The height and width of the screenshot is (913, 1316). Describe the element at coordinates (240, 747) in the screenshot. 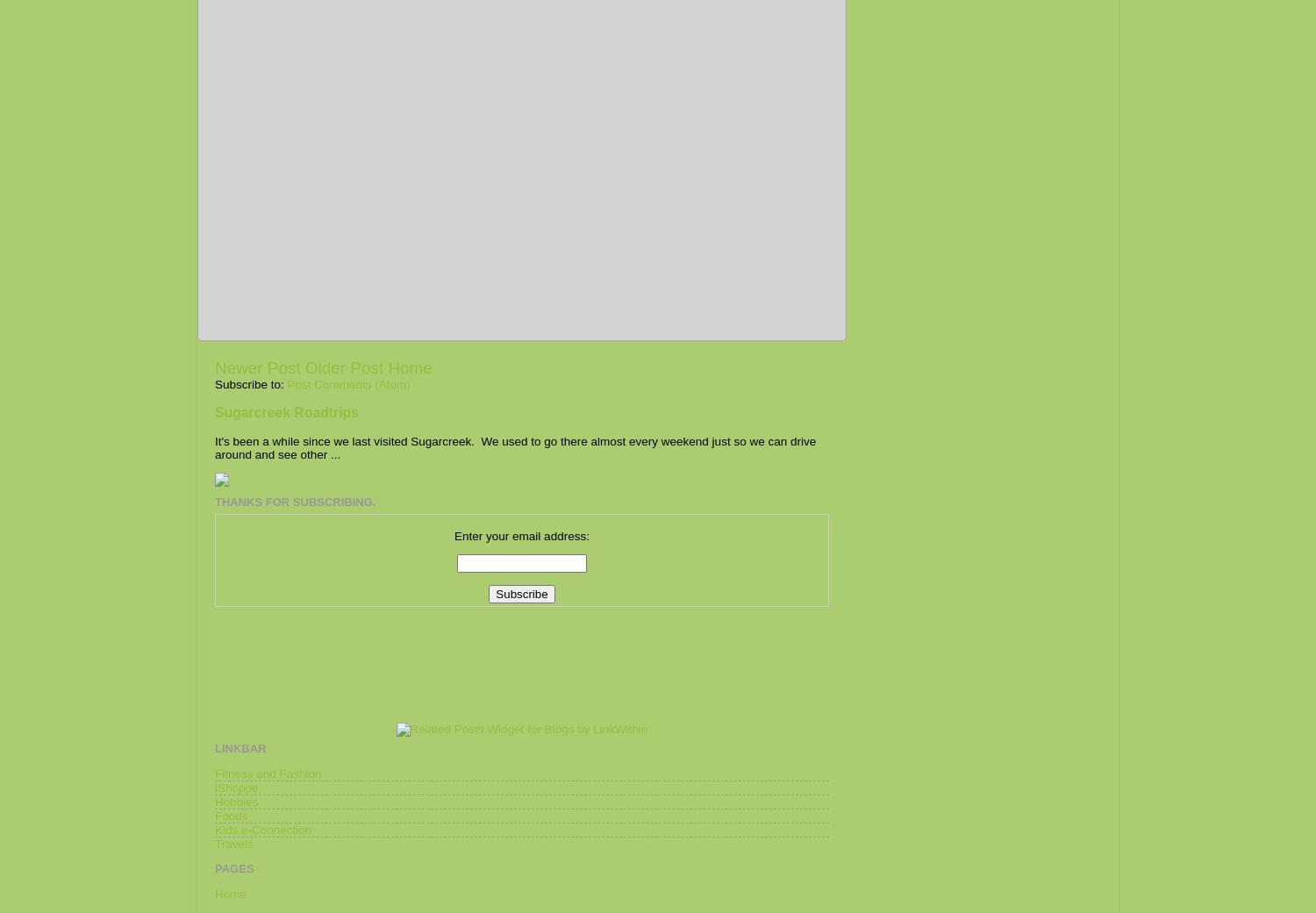

I see `'Linkbar'` at that location.